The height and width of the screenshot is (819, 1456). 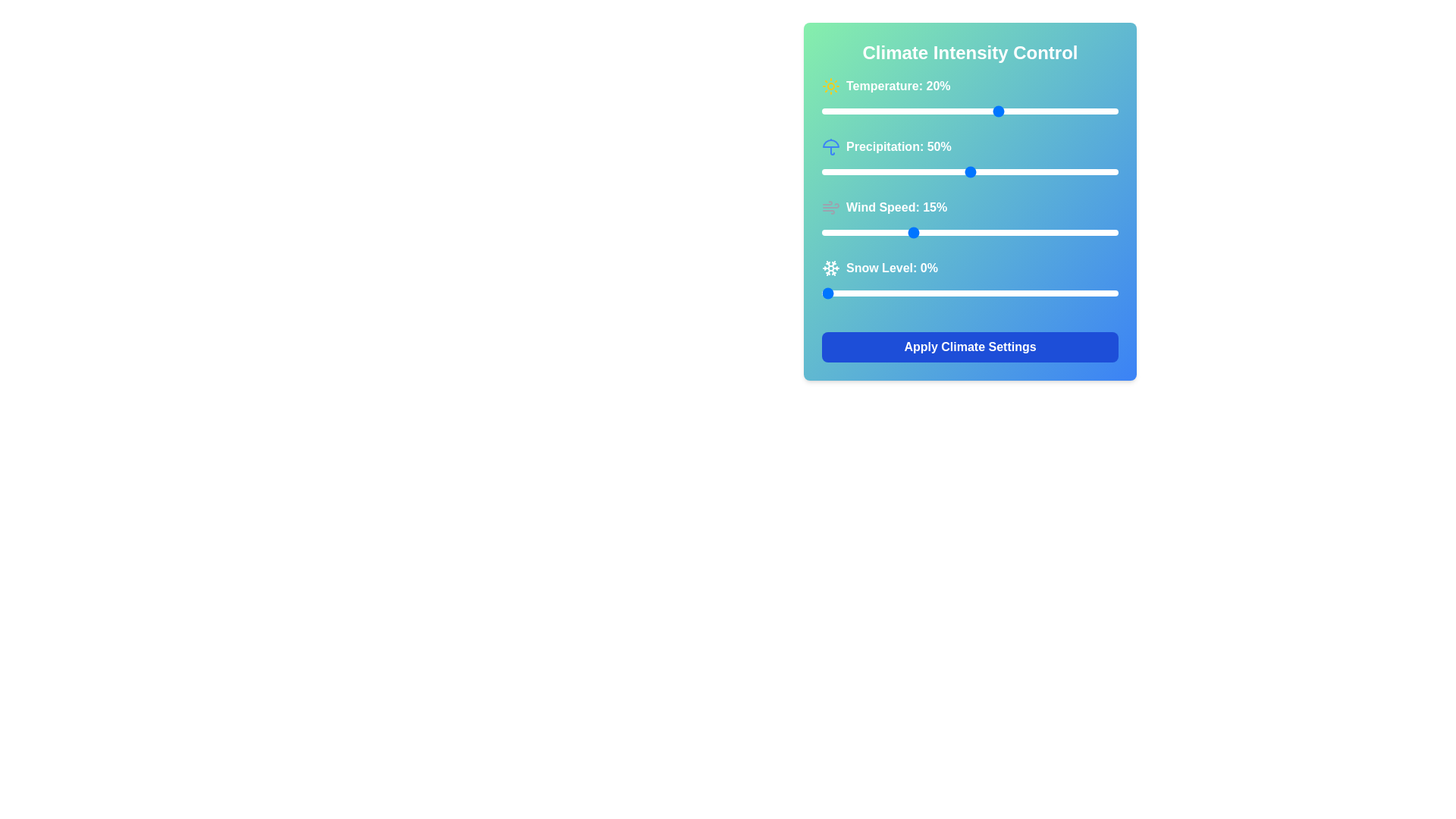 I want to click on the snow level, so click(x=839, y=293).